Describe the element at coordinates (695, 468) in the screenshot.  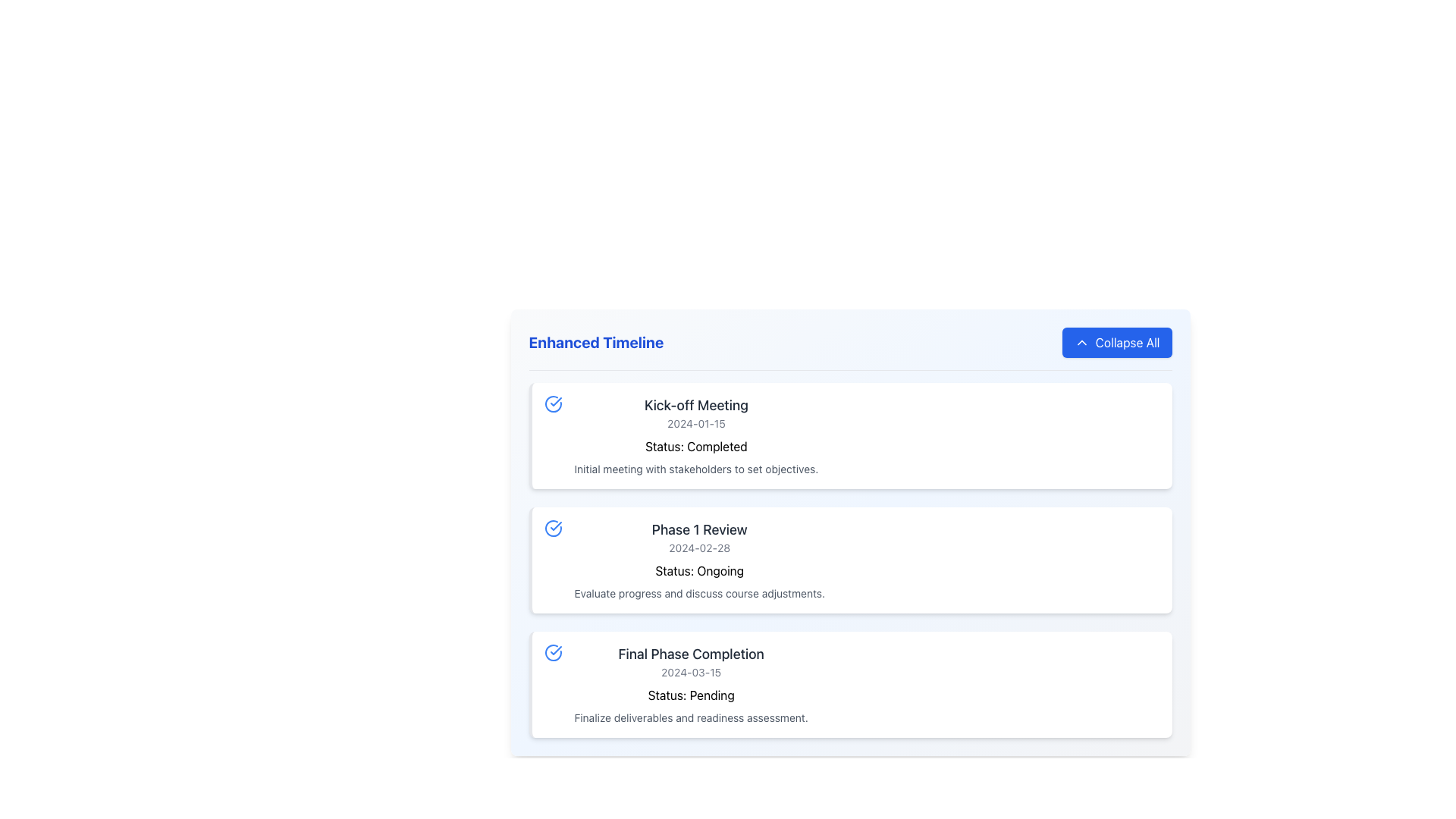
I see `static text that displays 'Initial meeting with stakeholders to set objectives.' located under the 'Kick-off Meeting' group` at that location.